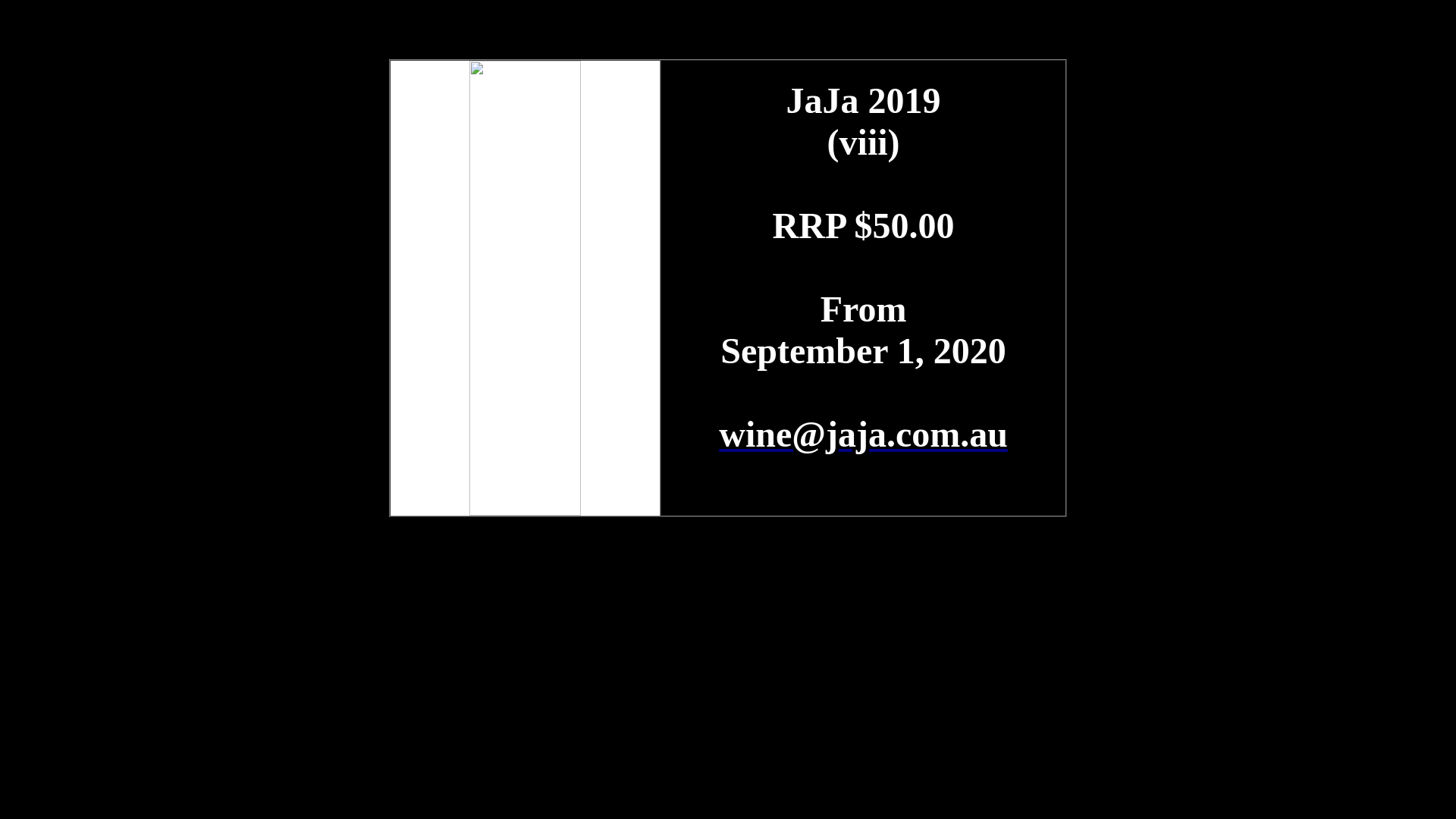 The image size is (1456, 819). What do you see at coordinates (863, 434) in the screenshot?
I see `'wine@jaja.com.au'` at bounding box center [863, 434].